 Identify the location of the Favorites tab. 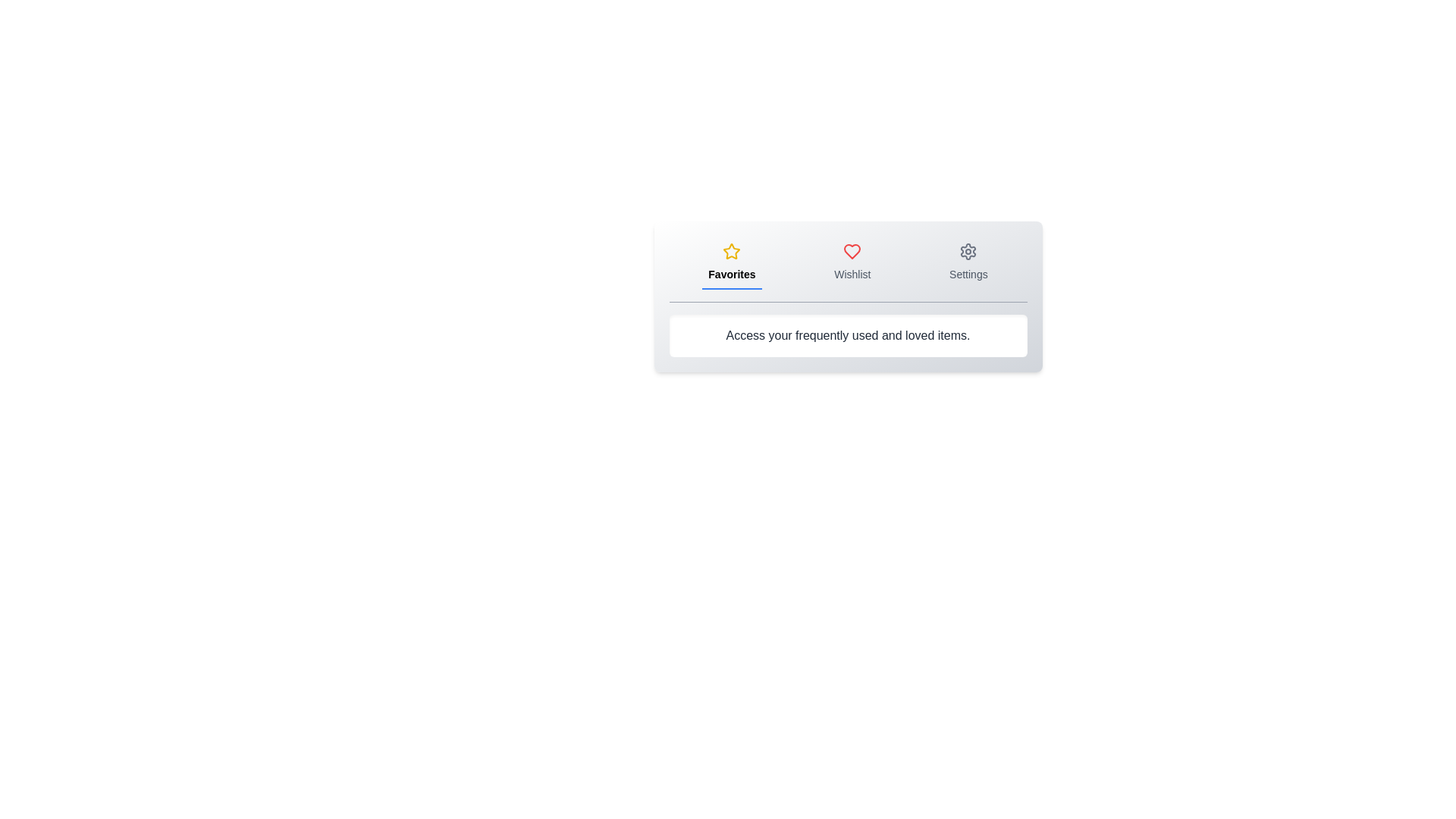
(732, 262).